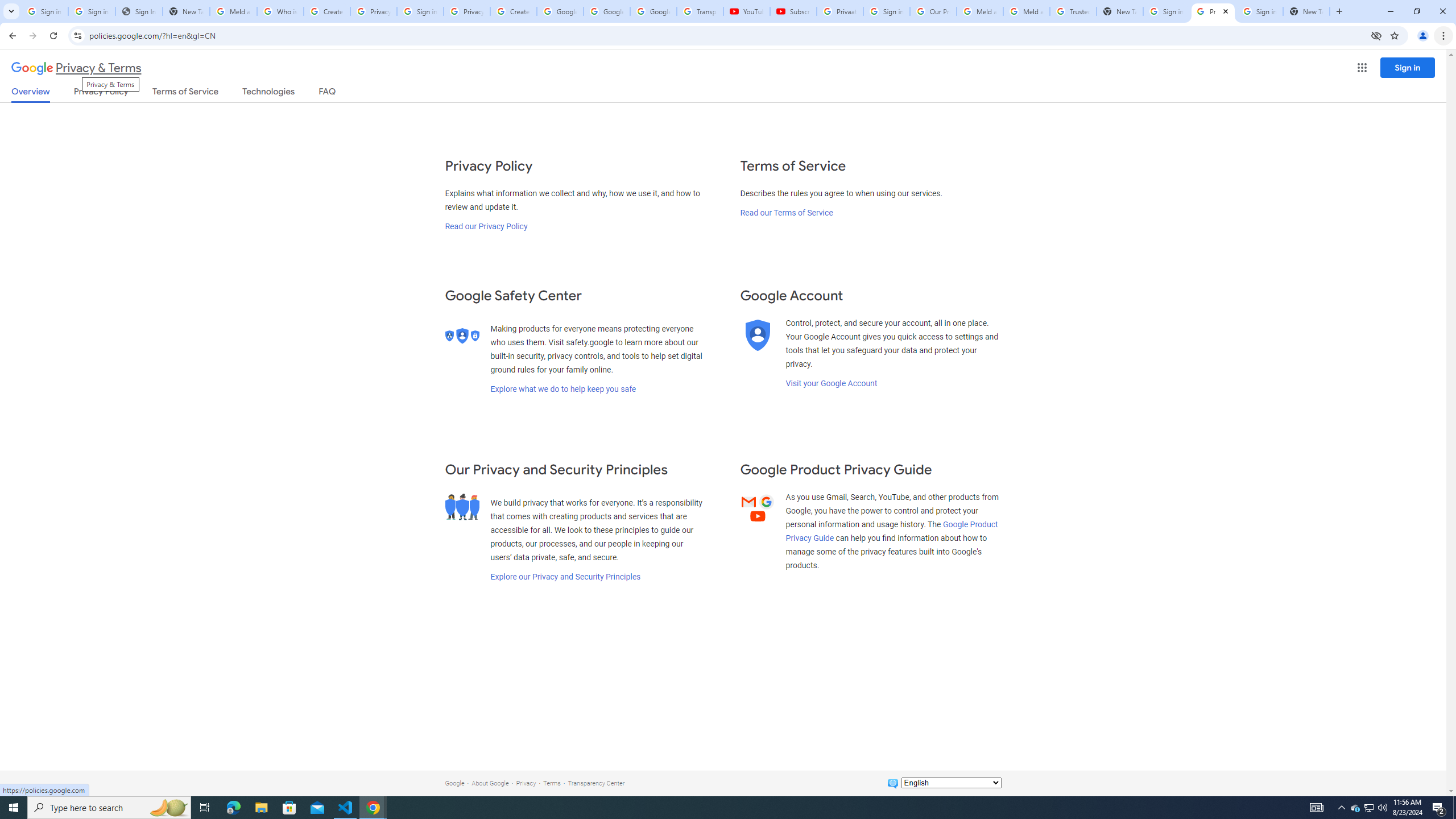 The width and height of the screenshot is (1456, 819). What do you see at coordinates (76, 68) in the screenshot?
I see `'Privacy & Terms'` at bounding box center [76, 68].